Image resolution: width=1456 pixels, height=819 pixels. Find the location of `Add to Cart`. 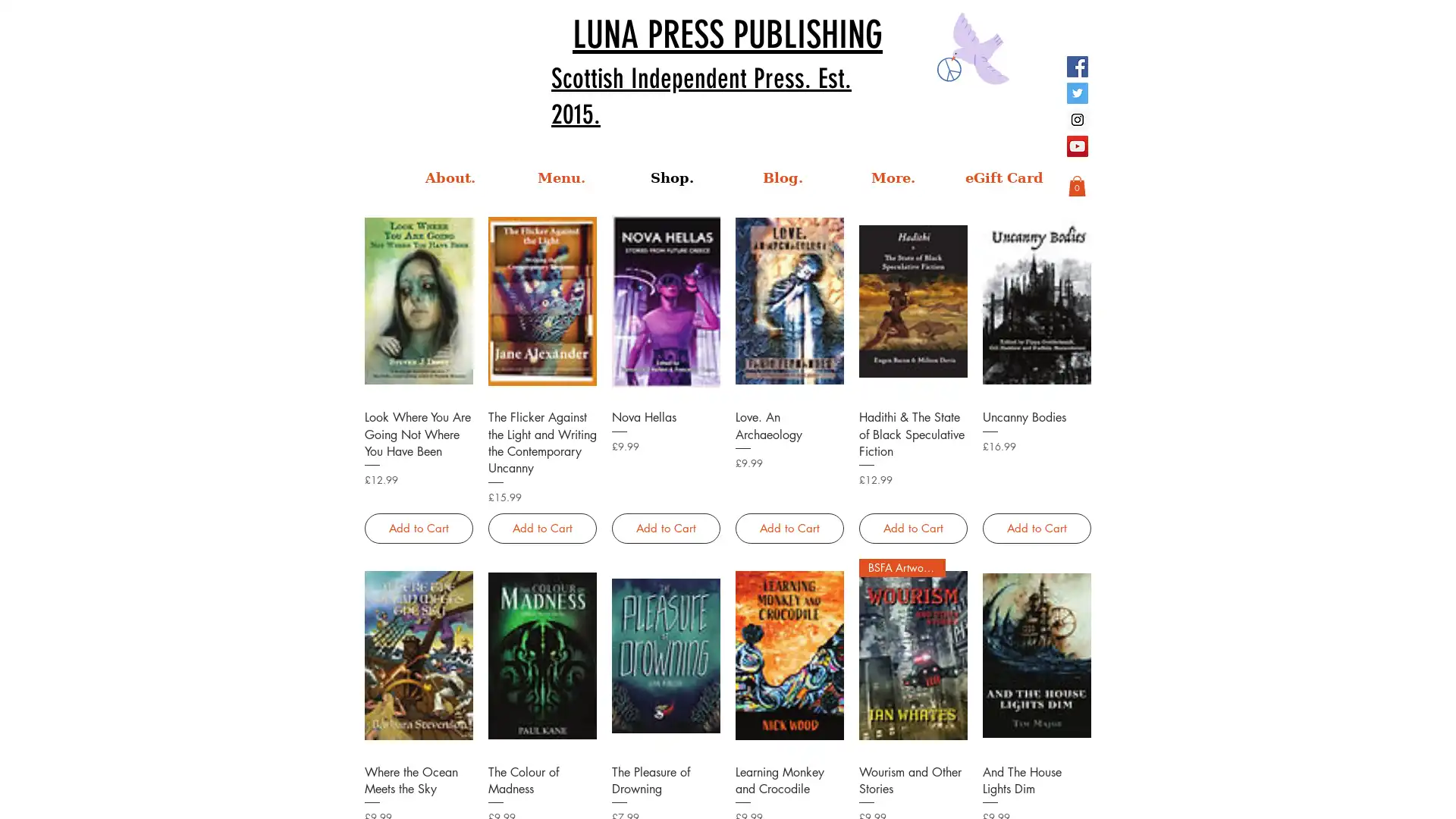

Add to Cart is located at coordinates (912, 527).